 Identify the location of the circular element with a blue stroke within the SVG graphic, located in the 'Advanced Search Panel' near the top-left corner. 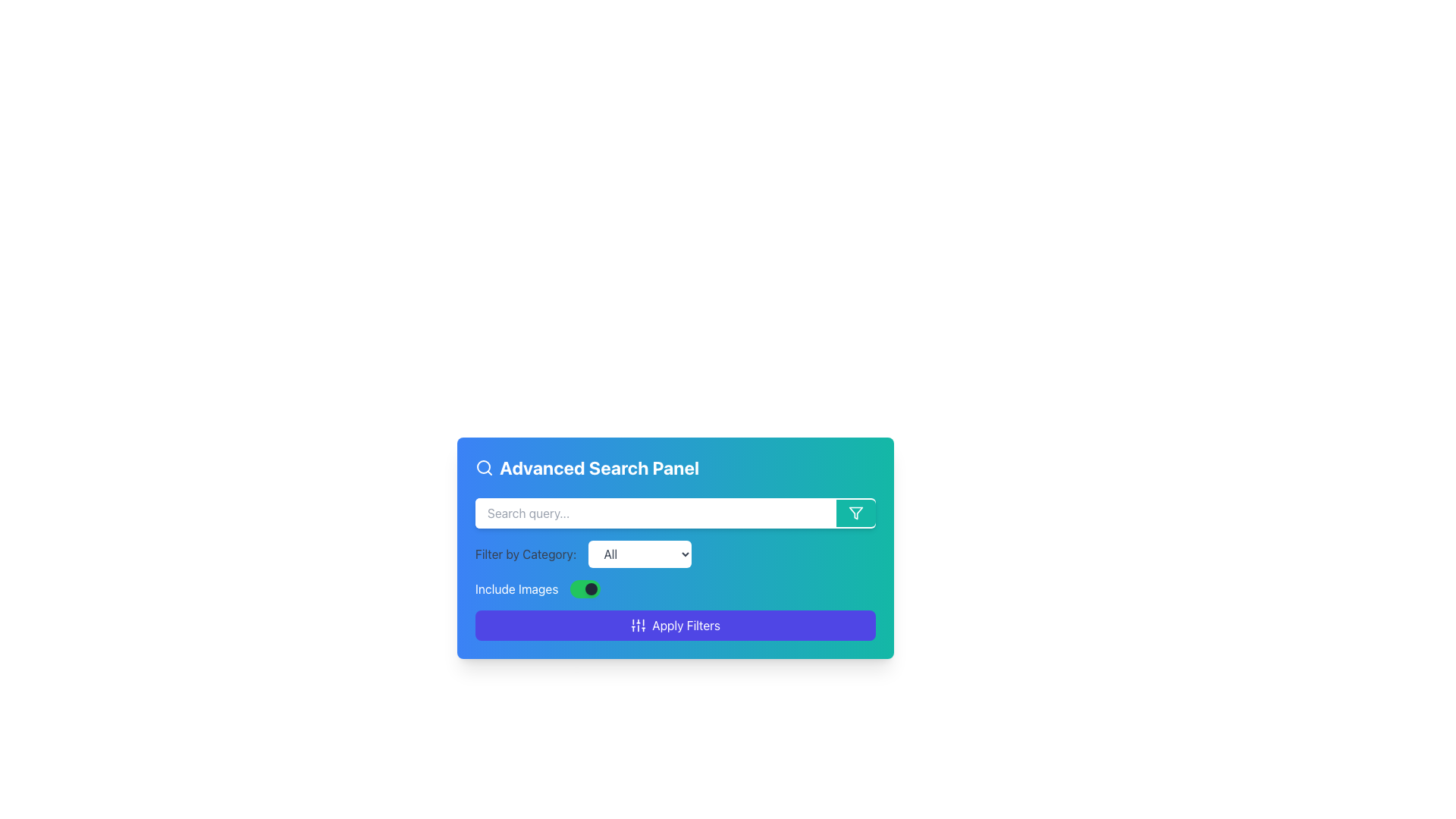
(483, 466).